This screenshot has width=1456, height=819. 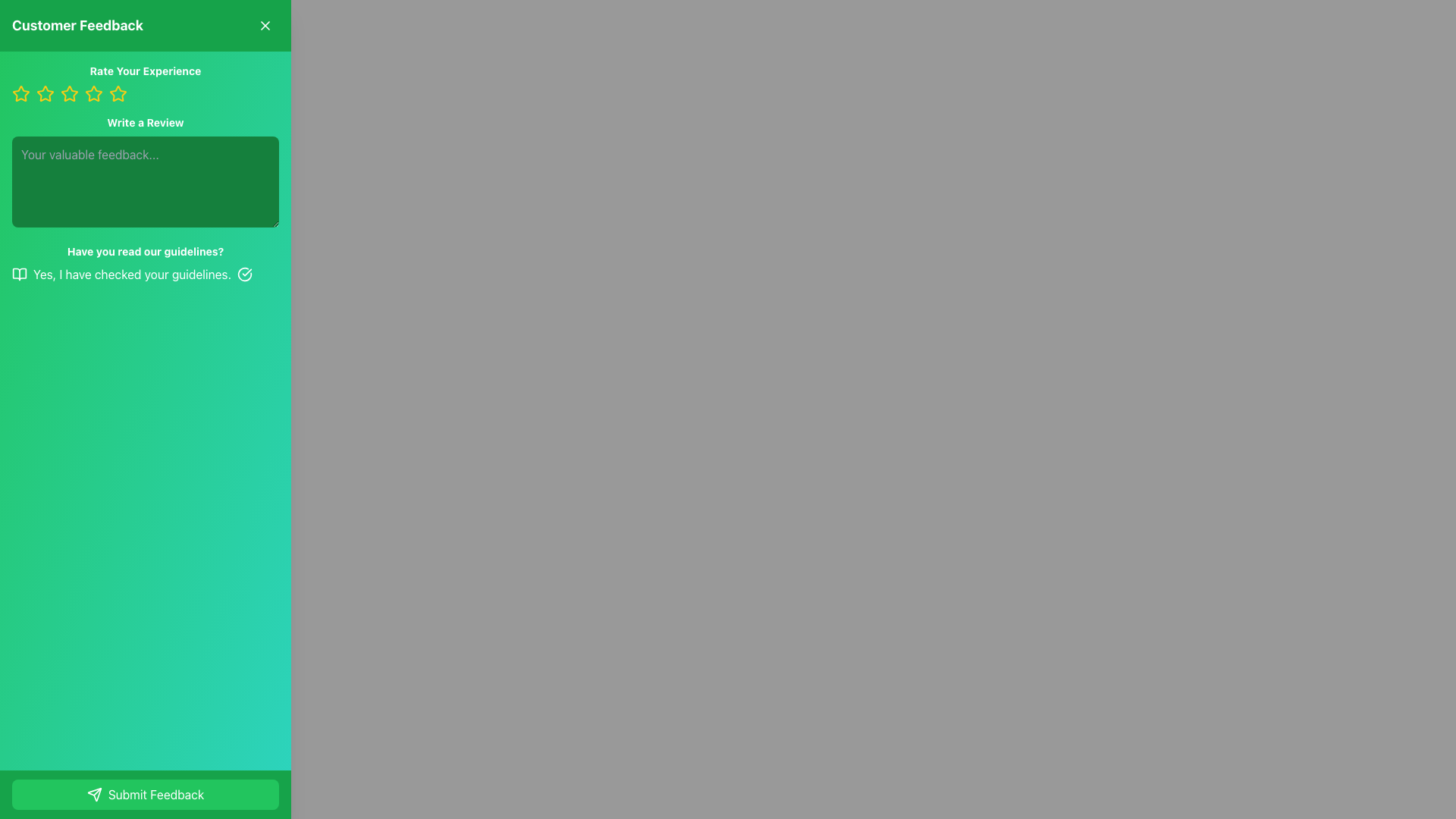 What do you see at coordinates (244, 275) in the screenshot?
I see `the circular icon with a checkmark inside, which is located at the top-right of the statement 'Yes, I have checked your guidelines.'` at bounding box center [244, 275].